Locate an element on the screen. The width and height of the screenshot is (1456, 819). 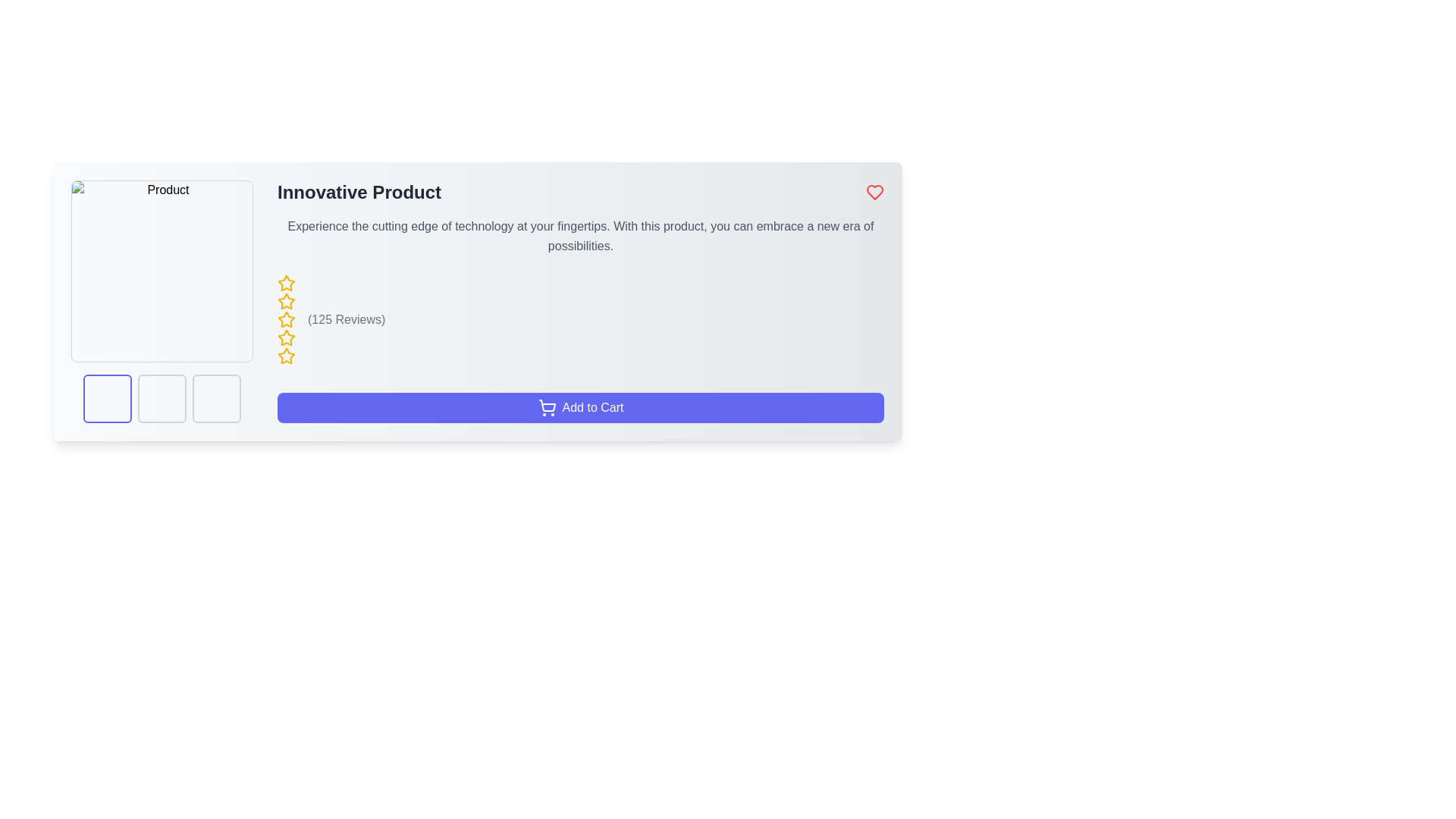
on the third star icon in the vertical five-star rating system, located in the review section next is located at coordinates (287, 318).